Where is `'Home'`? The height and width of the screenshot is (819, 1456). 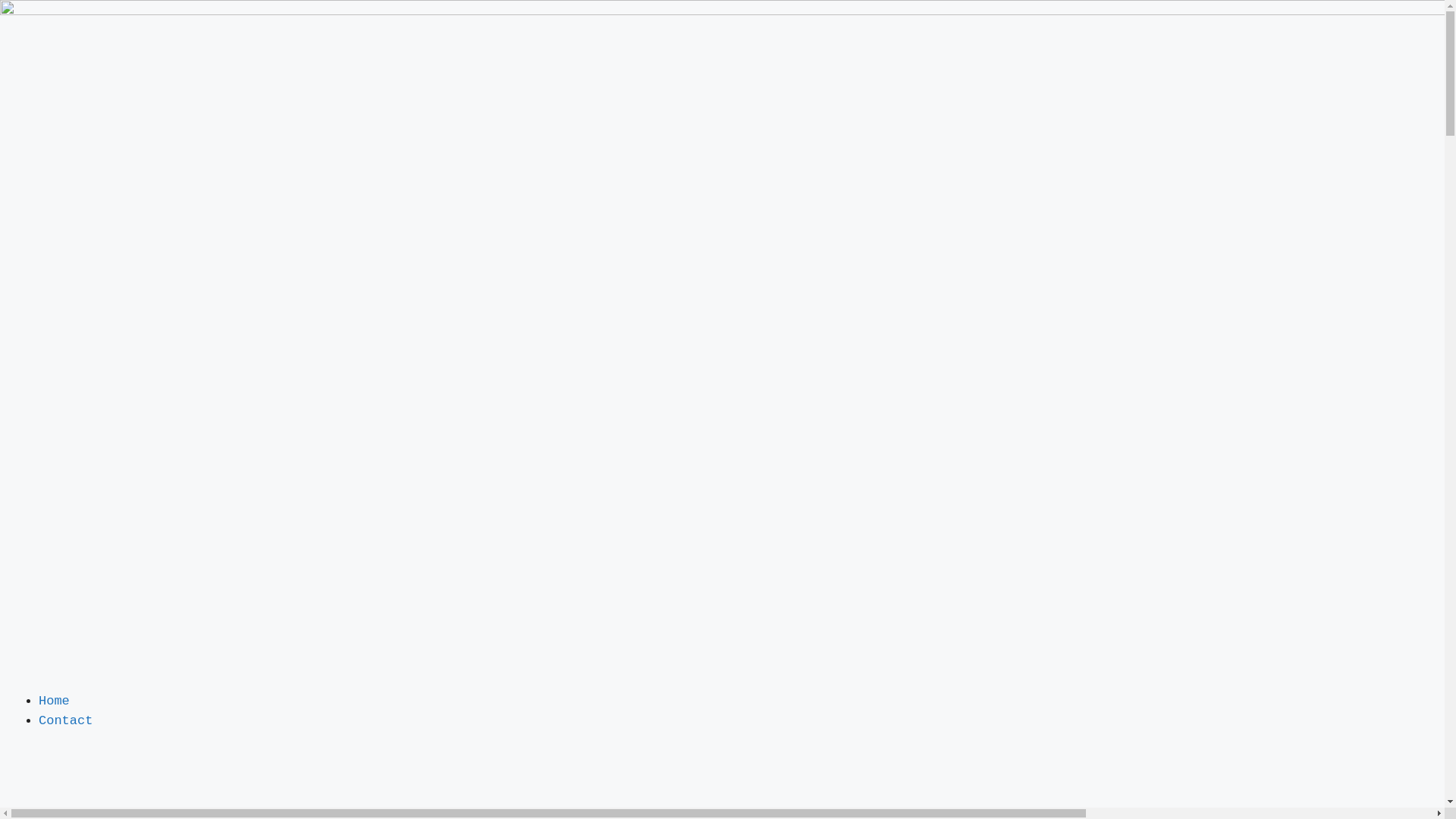 'Home' is located at coordinates (54, 701).